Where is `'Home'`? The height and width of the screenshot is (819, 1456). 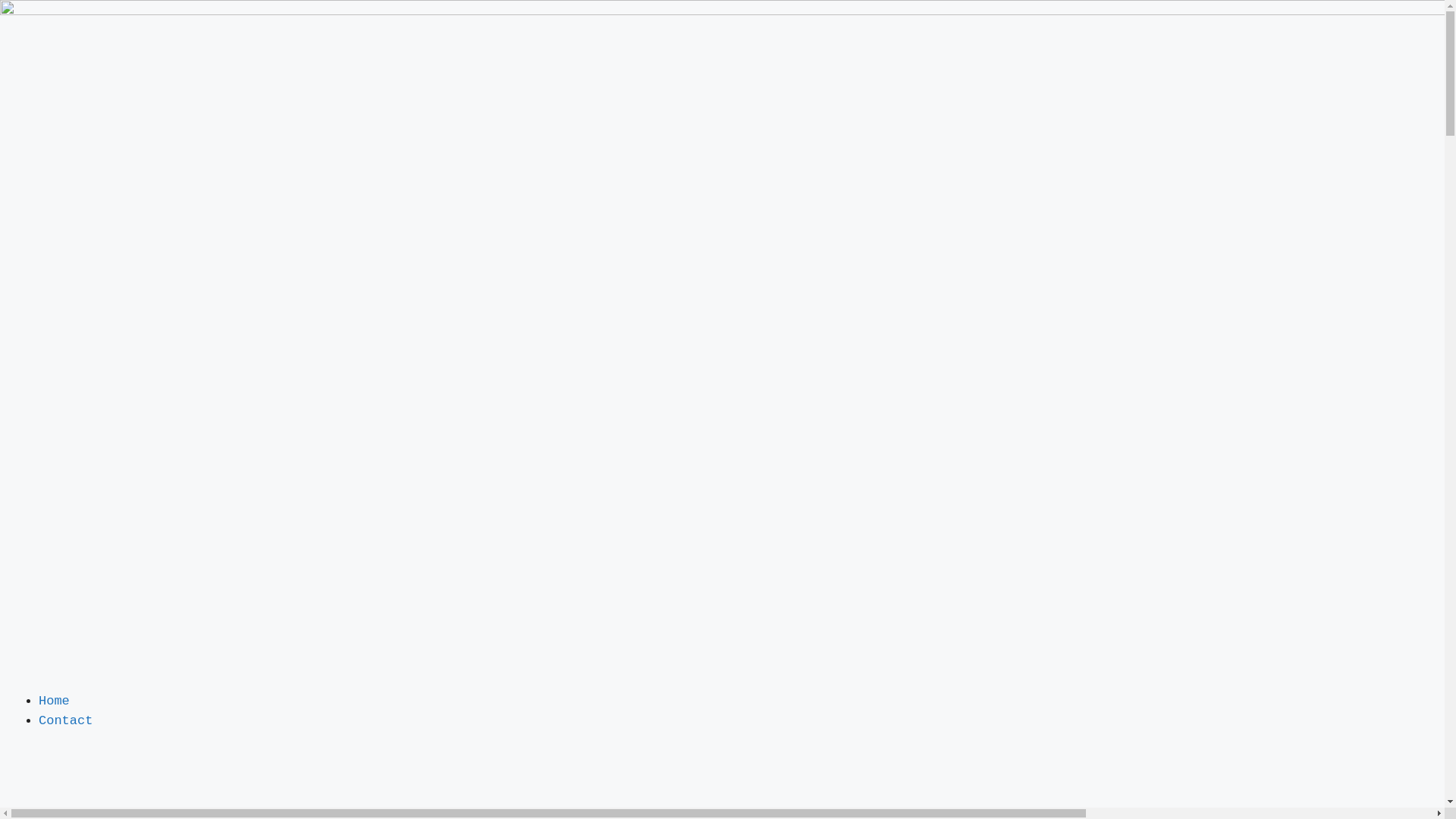 'Home' is located at coordinates (54, 701).